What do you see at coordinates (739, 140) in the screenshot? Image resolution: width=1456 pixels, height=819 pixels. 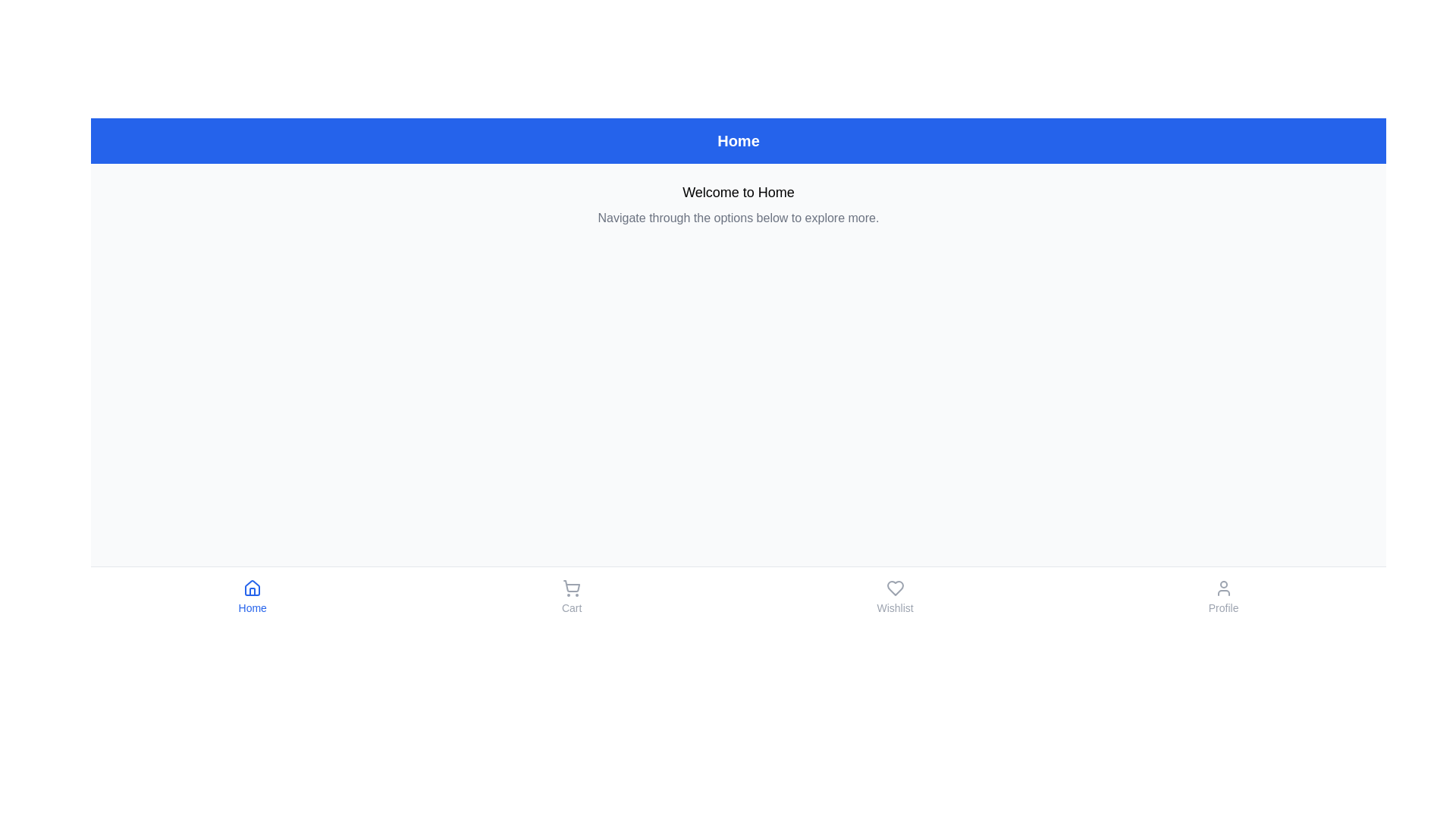 I see `the Header Region, which features a bold blue background with the word 'Home' in white, large, bold font at its center` at bounding box center [739, 140].